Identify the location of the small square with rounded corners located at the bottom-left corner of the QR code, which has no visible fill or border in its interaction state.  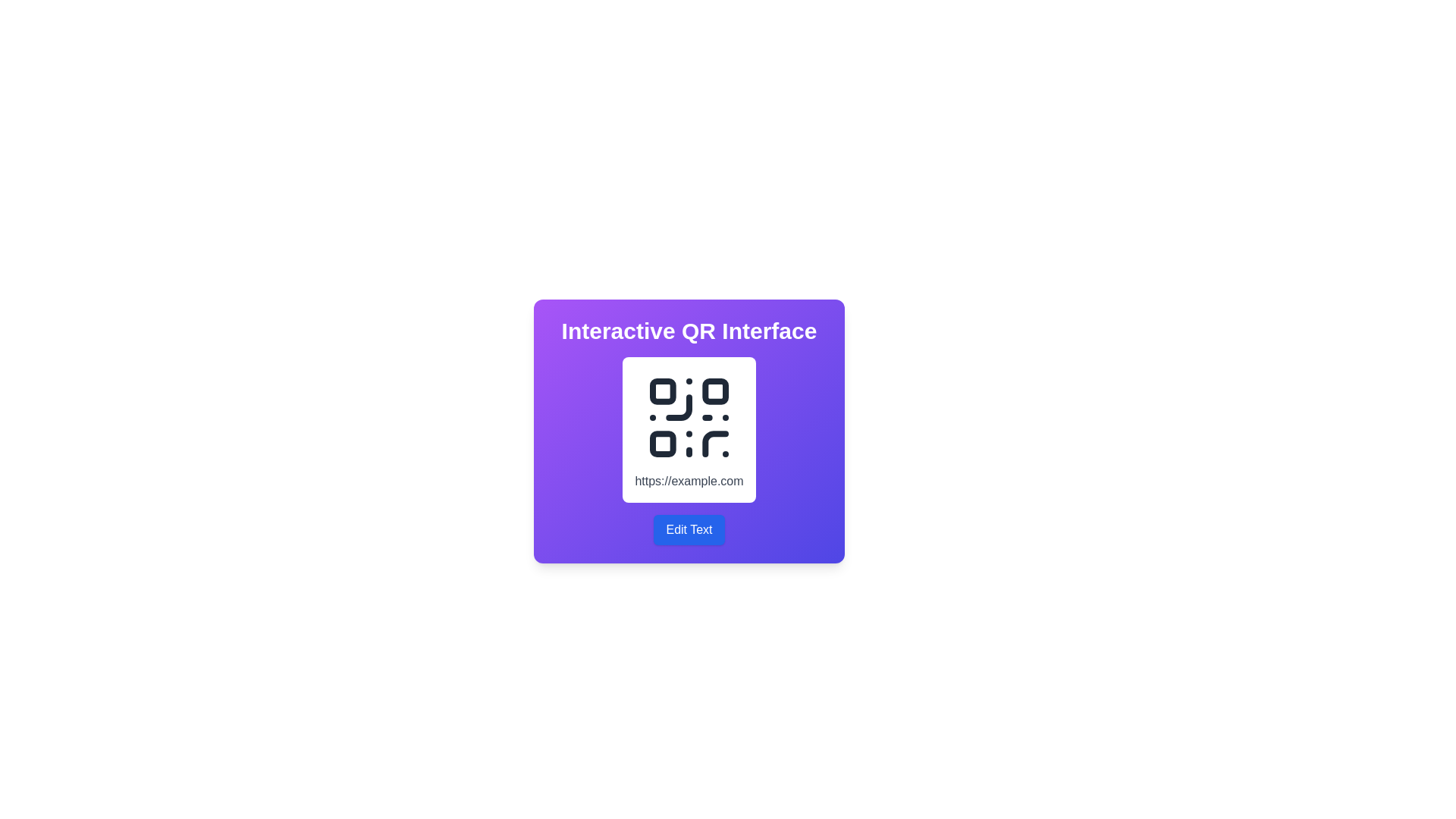
(663, 444).